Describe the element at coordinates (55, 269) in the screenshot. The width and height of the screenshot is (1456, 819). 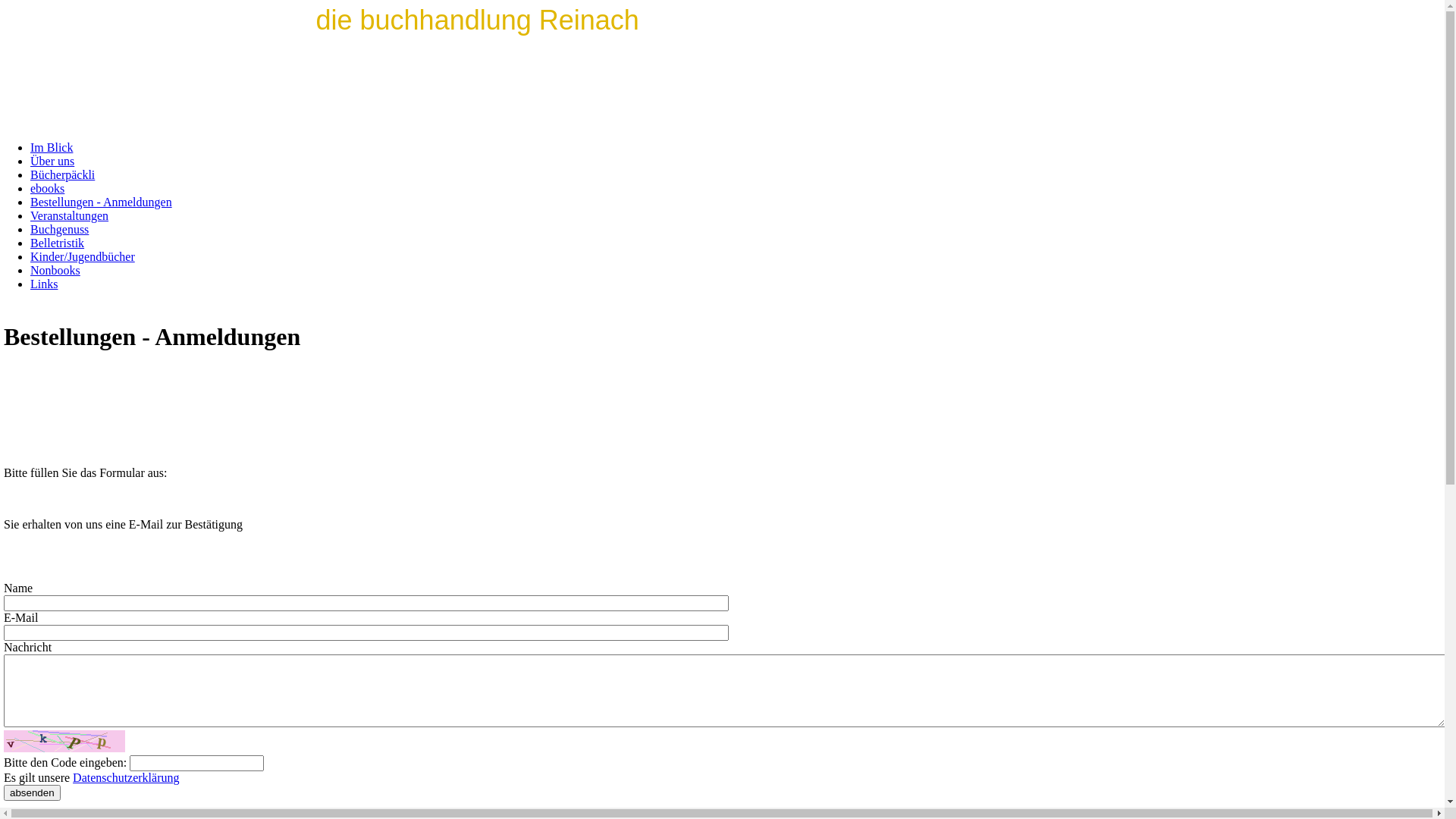
I see `'Nonbooks'` at that location.